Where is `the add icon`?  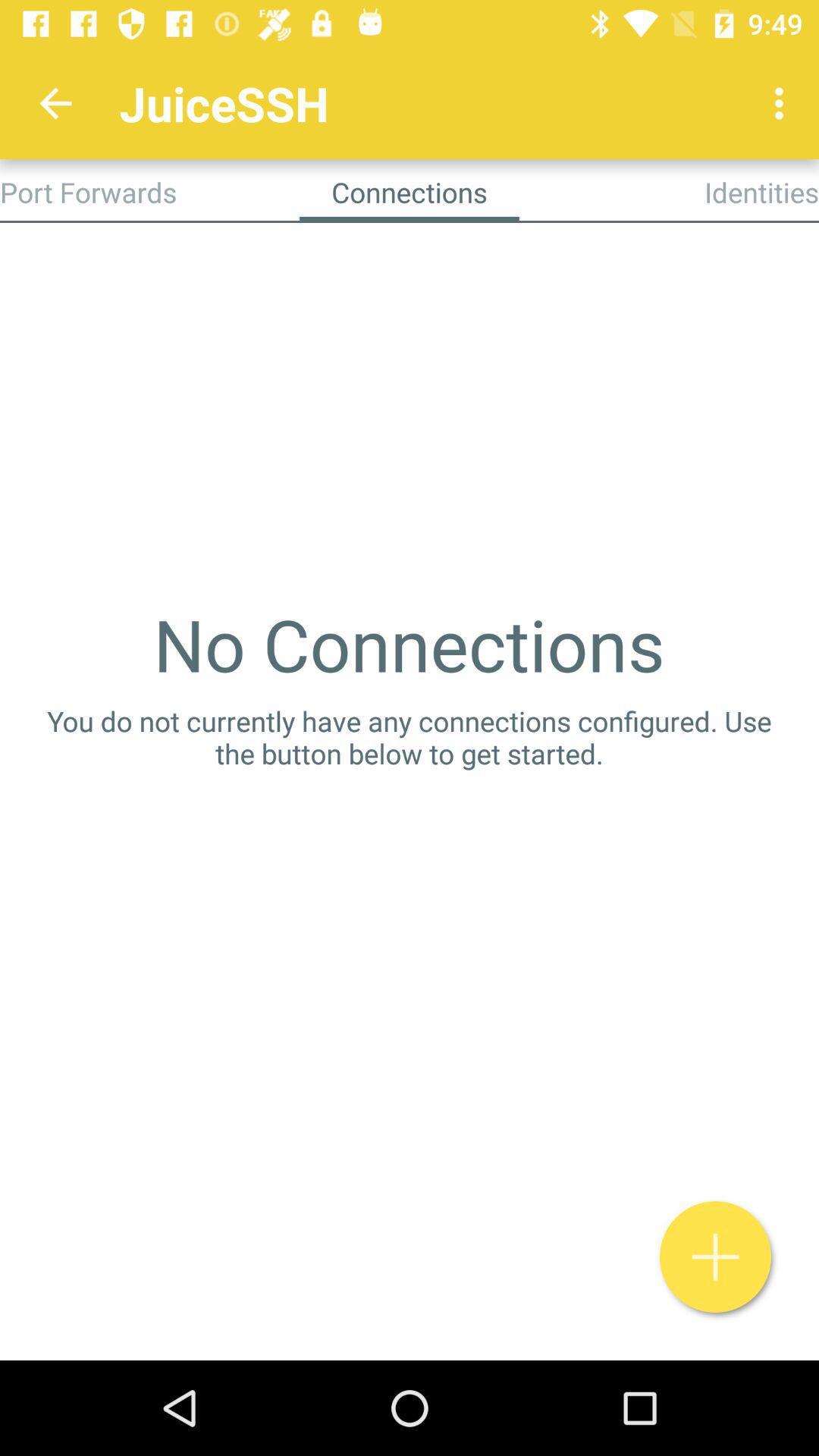
the add icon is located at coordinates (715, 1257).